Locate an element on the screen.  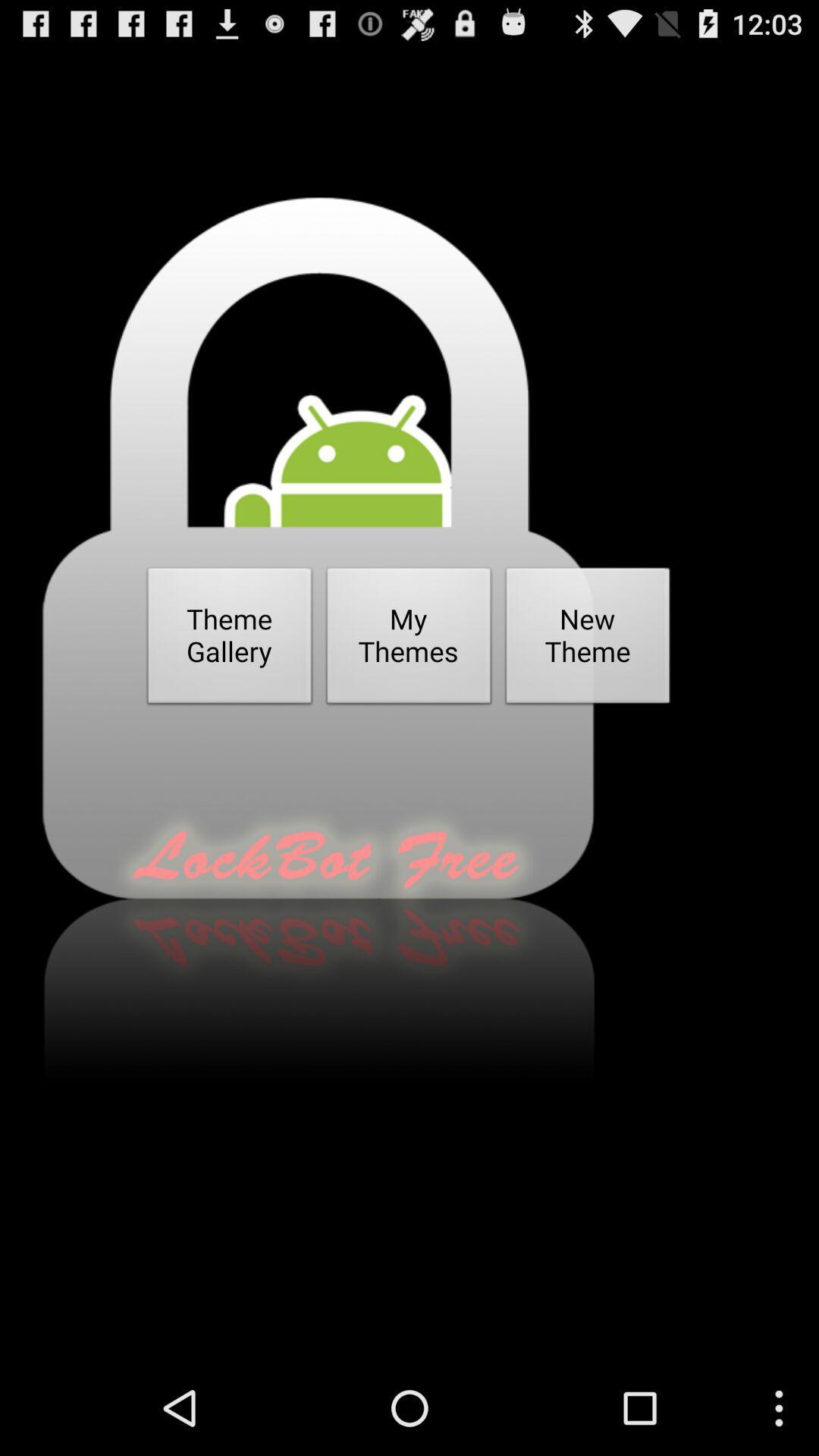
button next to the my themes item is located at coordinates (587, 640).